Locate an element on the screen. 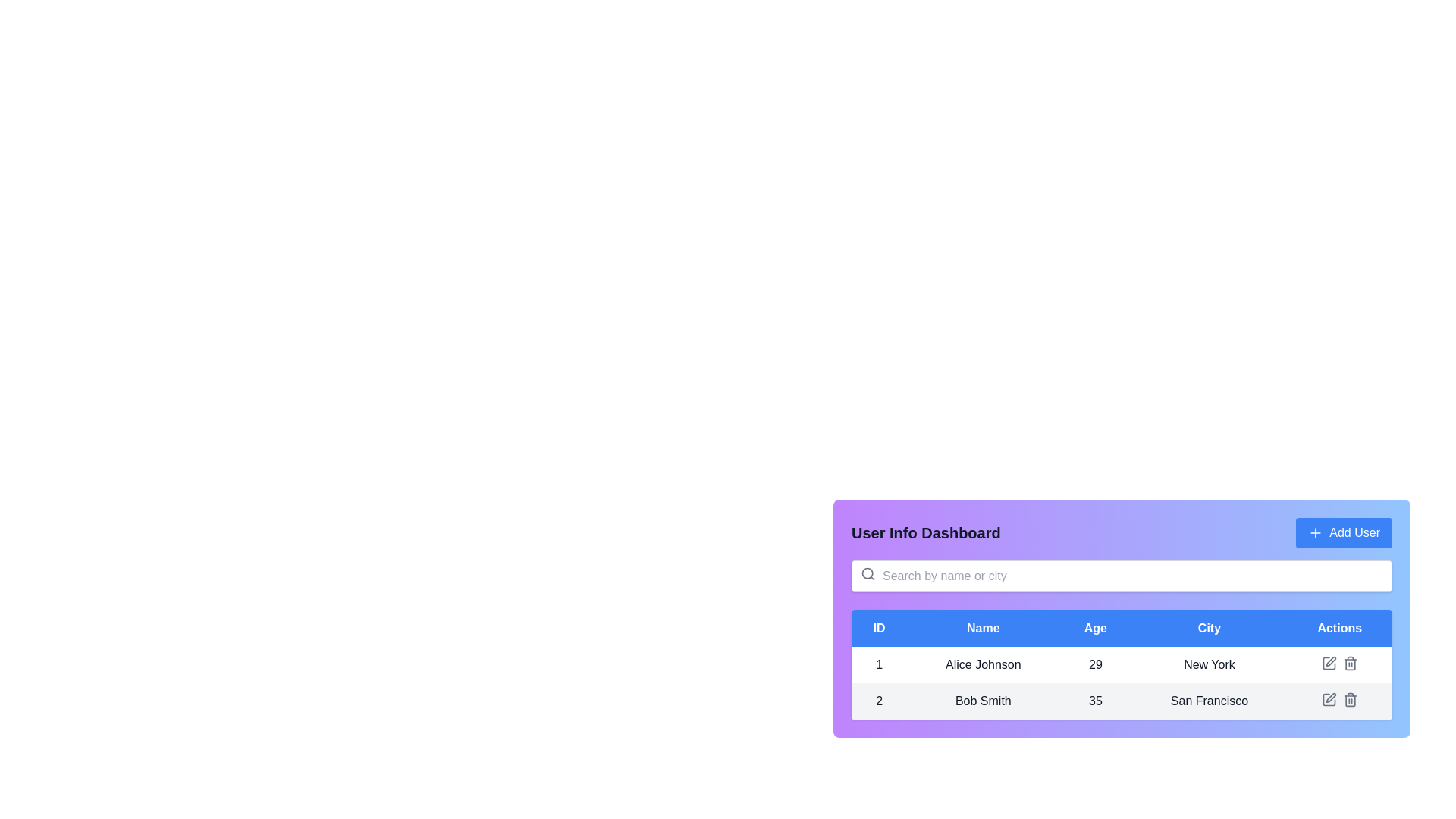 This screenshot has height=819, width=1456. the edit icon button located in the 'Actions' column of the second row corresponding to the user 'Bob Smith' is located at coordinates (1330, 698).